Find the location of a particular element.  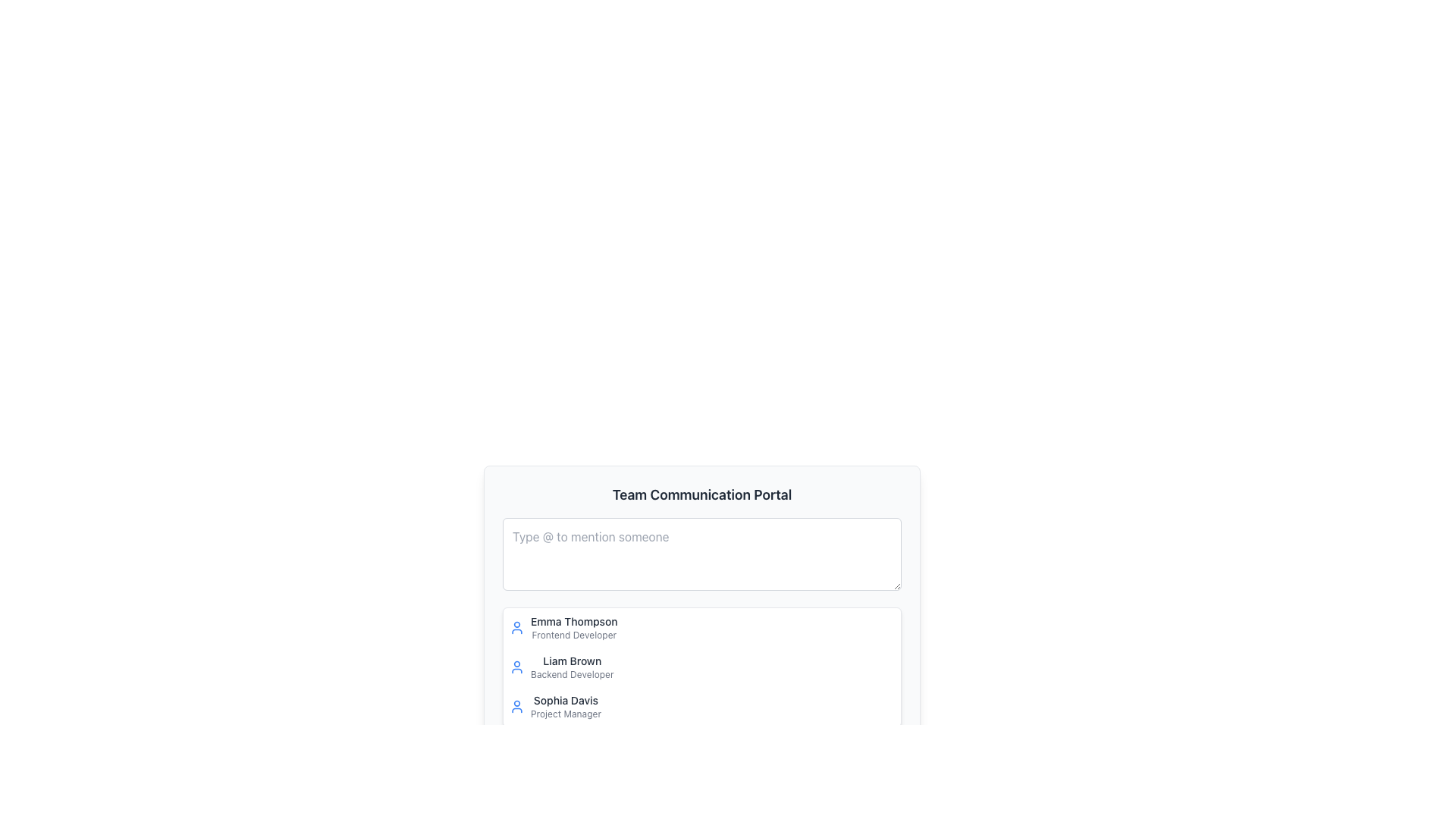

the label displaying the text 'Liam Brown' which is styled in gray and positioned above 'Sophia Davis' and below 'Emma Thompson' in the team members list is located at coordinates (571, 660).